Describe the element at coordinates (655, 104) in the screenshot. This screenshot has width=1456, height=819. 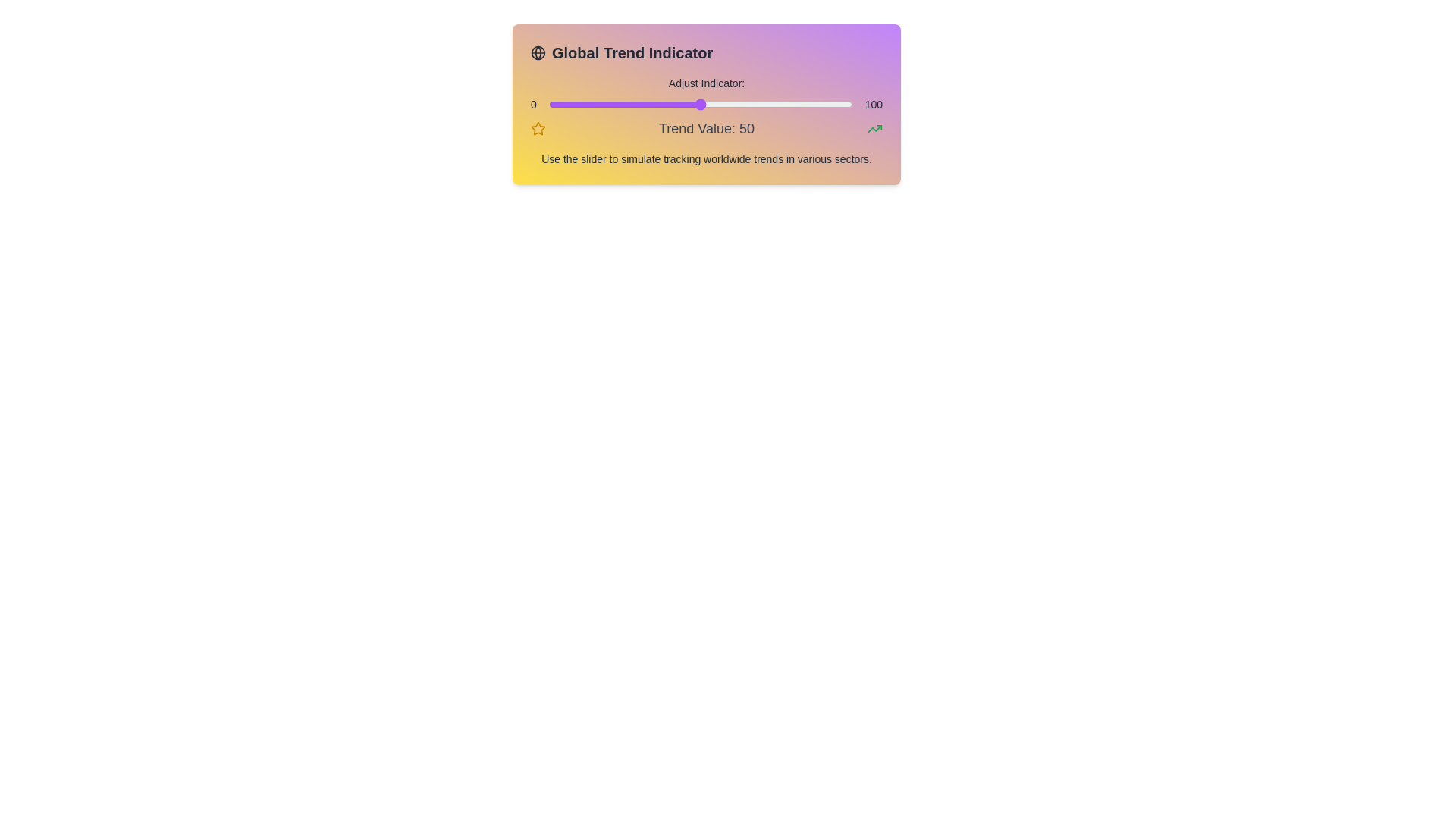
I see `the slider to set the value to 35` at that location.